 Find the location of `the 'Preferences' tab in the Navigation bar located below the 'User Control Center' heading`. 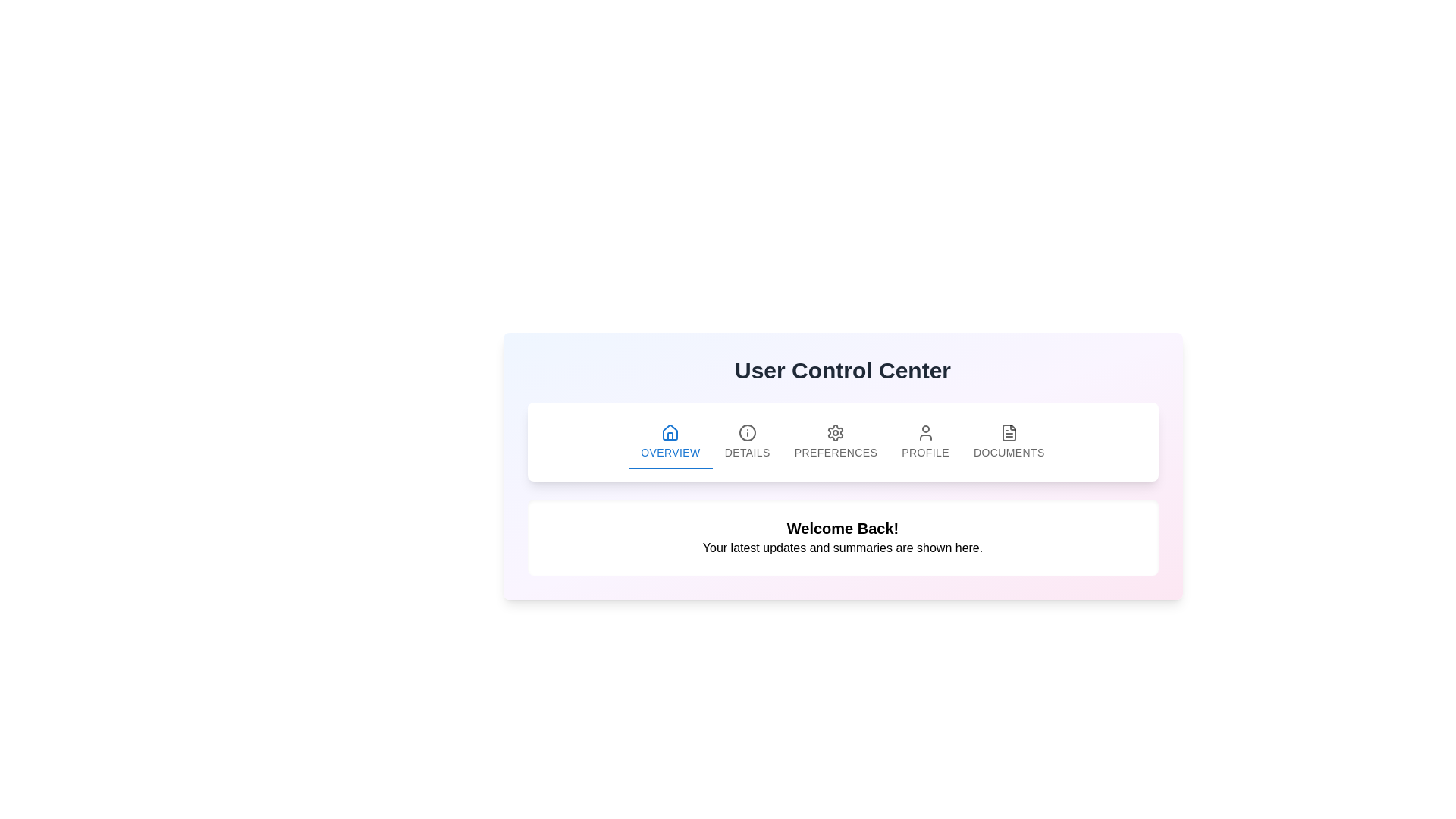

the 'Preferences' tab in the Navigation bar located below the 'User Control Center' heading is located at coordinates (842, 441).